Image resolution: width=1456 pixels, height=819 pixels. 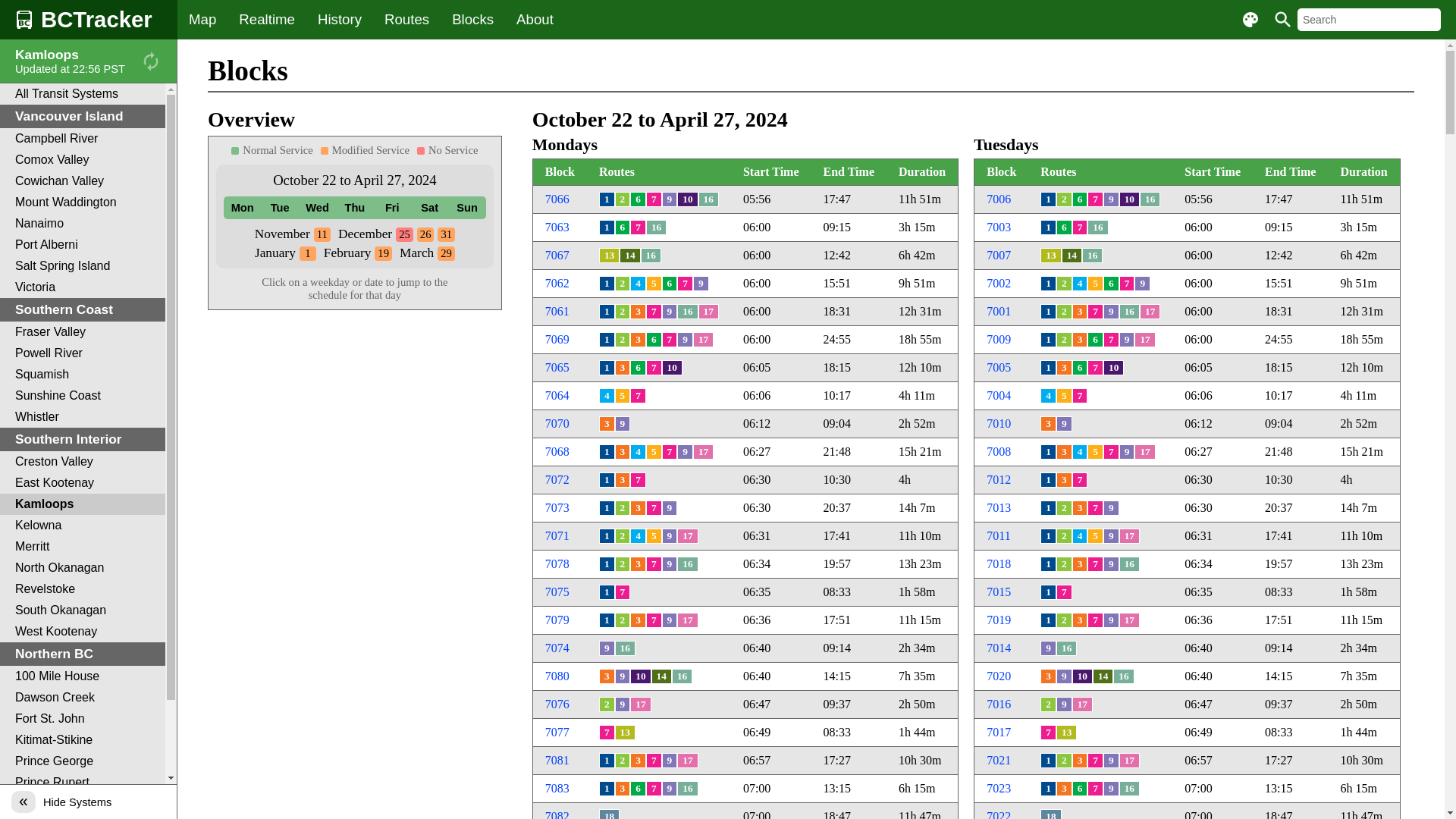 I want to click on '7075', so click(x=556, y=591).